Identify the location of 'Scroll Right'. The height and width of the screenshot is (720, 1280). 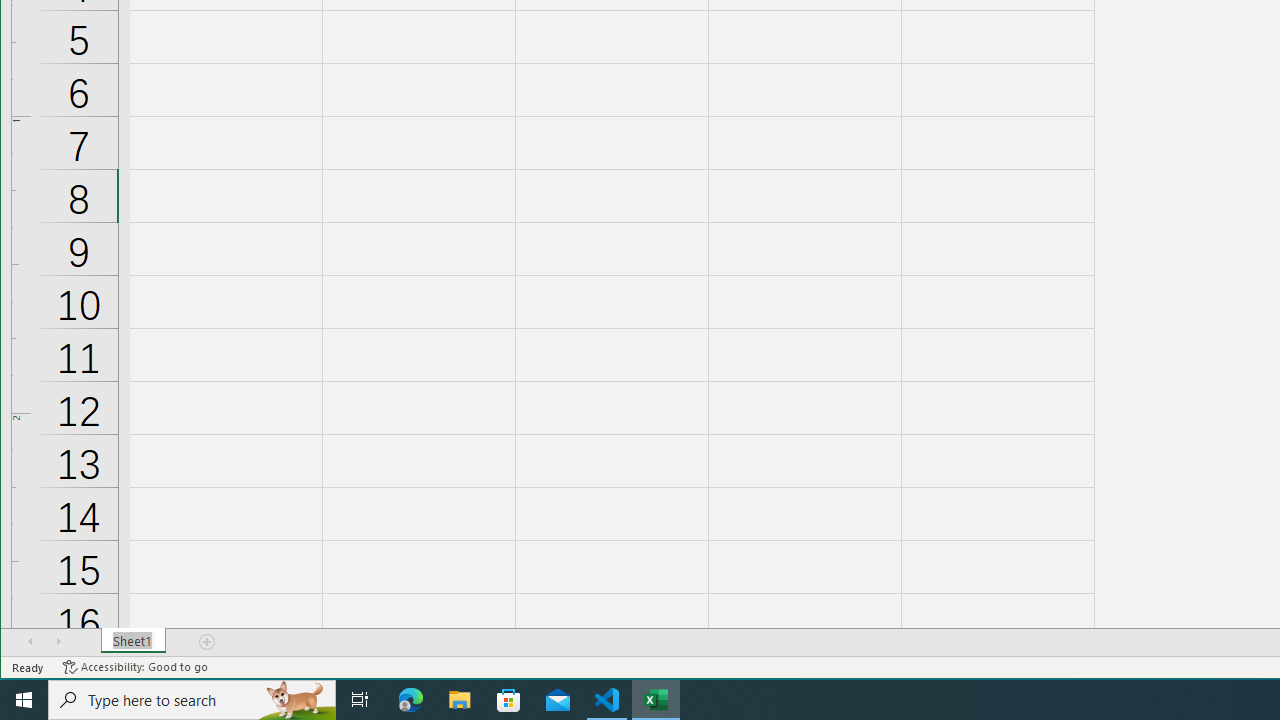
(58, 641).